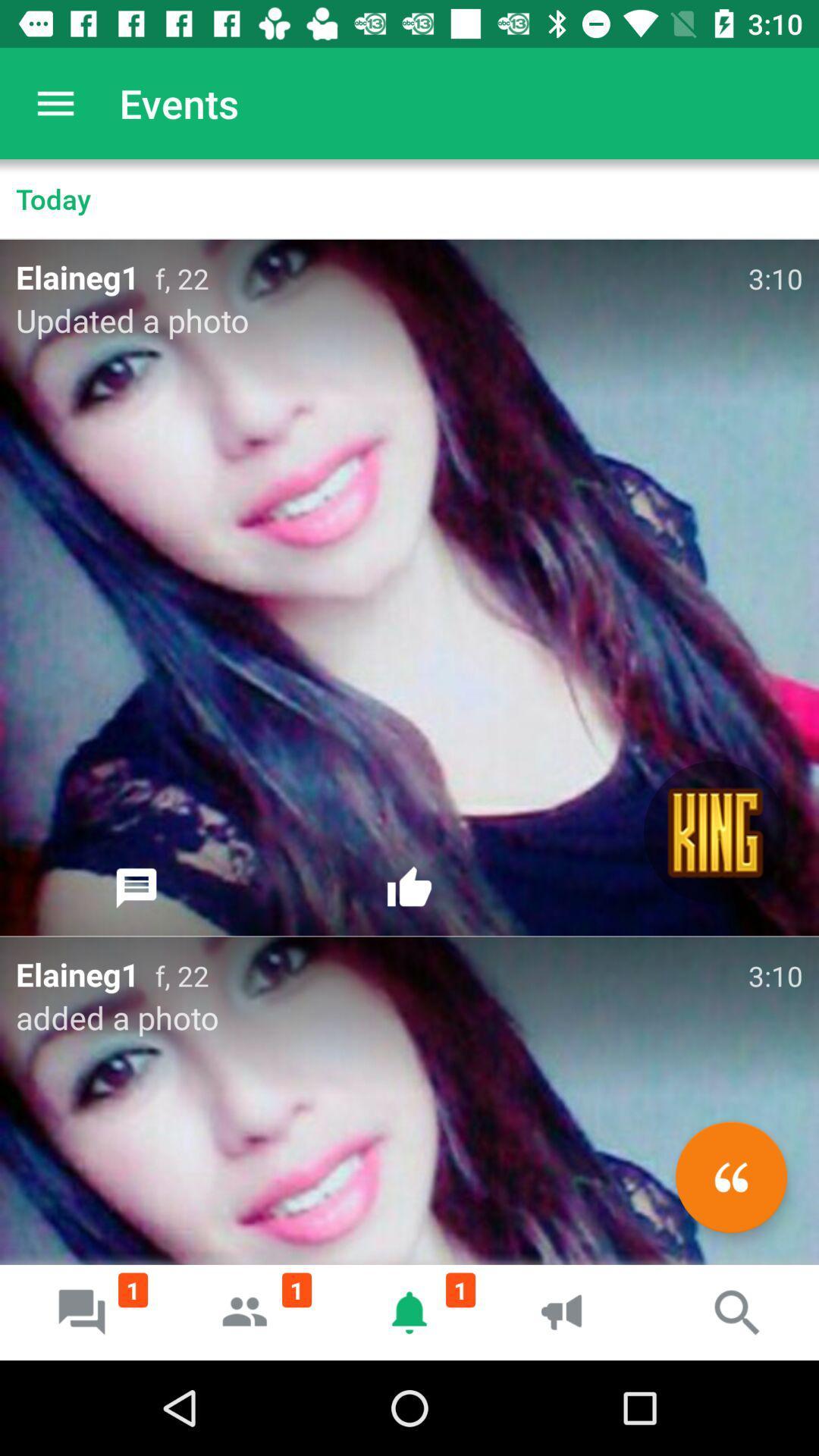 This screenshot has width=819, height=1456. Describe the element at coordinates (136, 888) in the screenshot. I see `post a comment` at that location.